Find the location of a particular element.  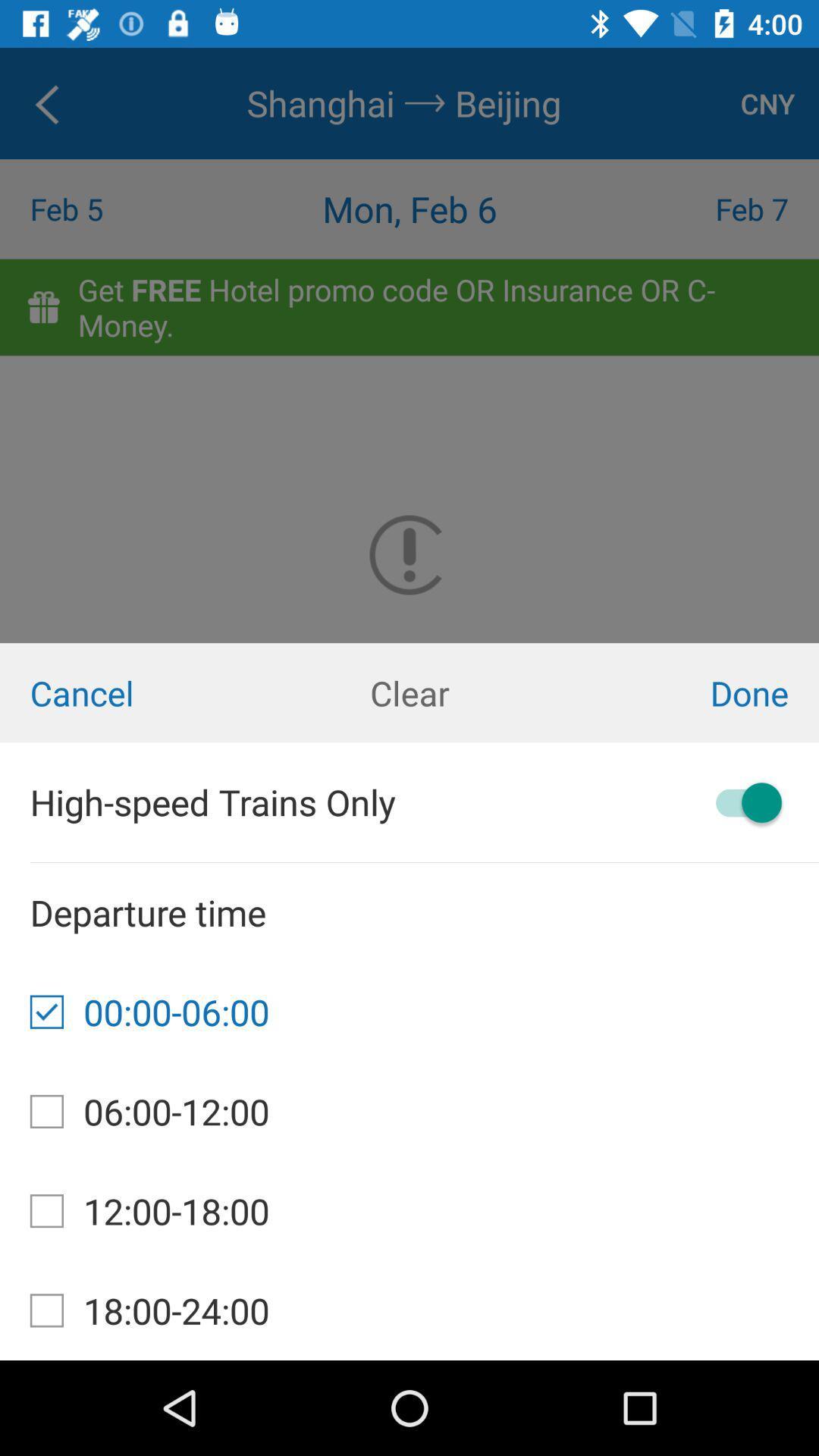

preference button is located at coordinates (741, 802).